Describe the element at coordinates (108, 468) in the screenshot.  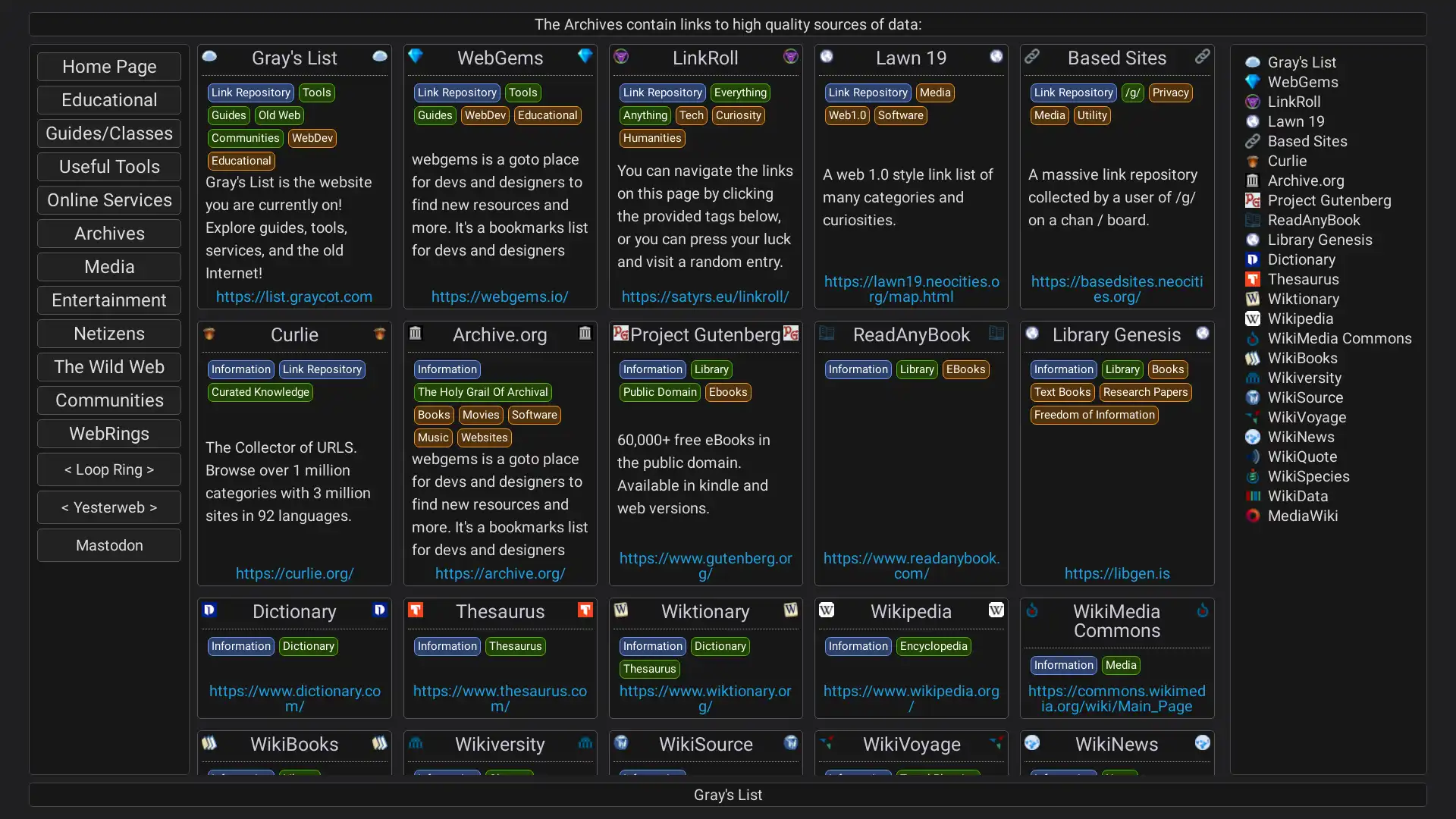
I see `< Loop Ring >` at that location.